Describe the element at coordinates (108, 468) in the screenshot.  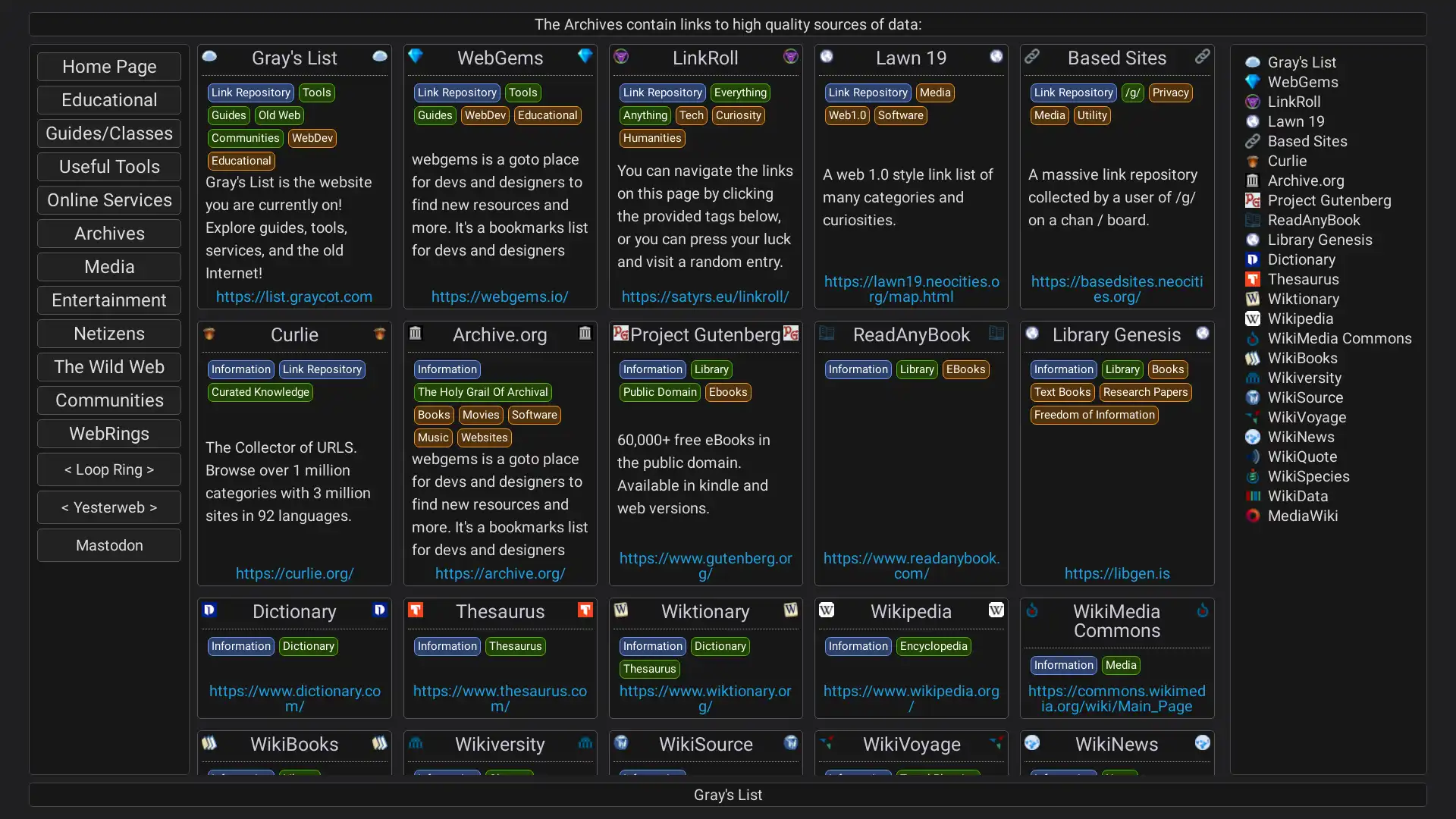
I see `< Loop Ring >` at that location.